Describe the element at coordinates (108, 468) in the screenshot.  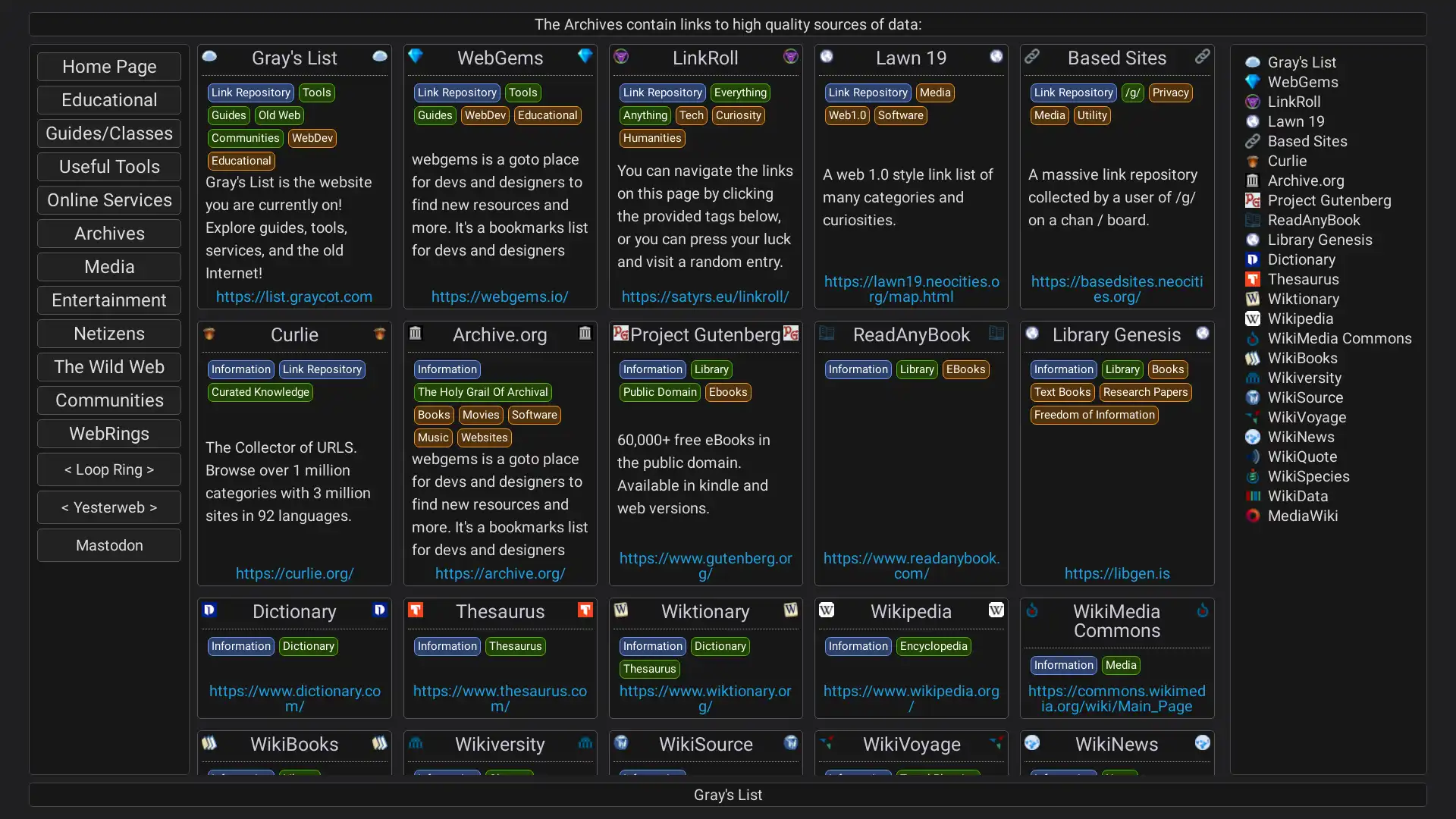
I see `< Loop Ring >` at that location.